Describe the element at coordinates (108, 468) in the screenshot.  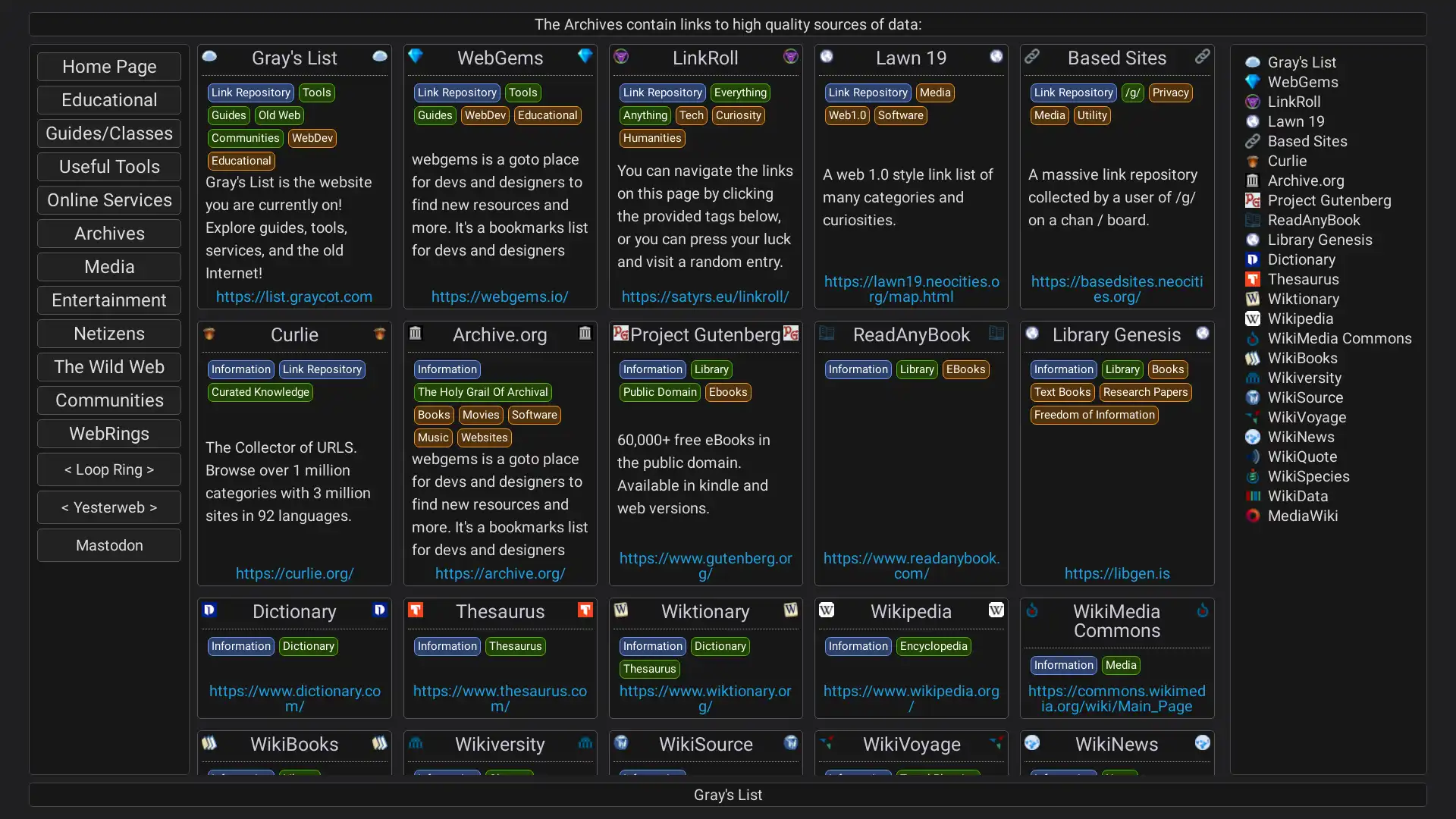
I see `< Loop Ring >` at that location.